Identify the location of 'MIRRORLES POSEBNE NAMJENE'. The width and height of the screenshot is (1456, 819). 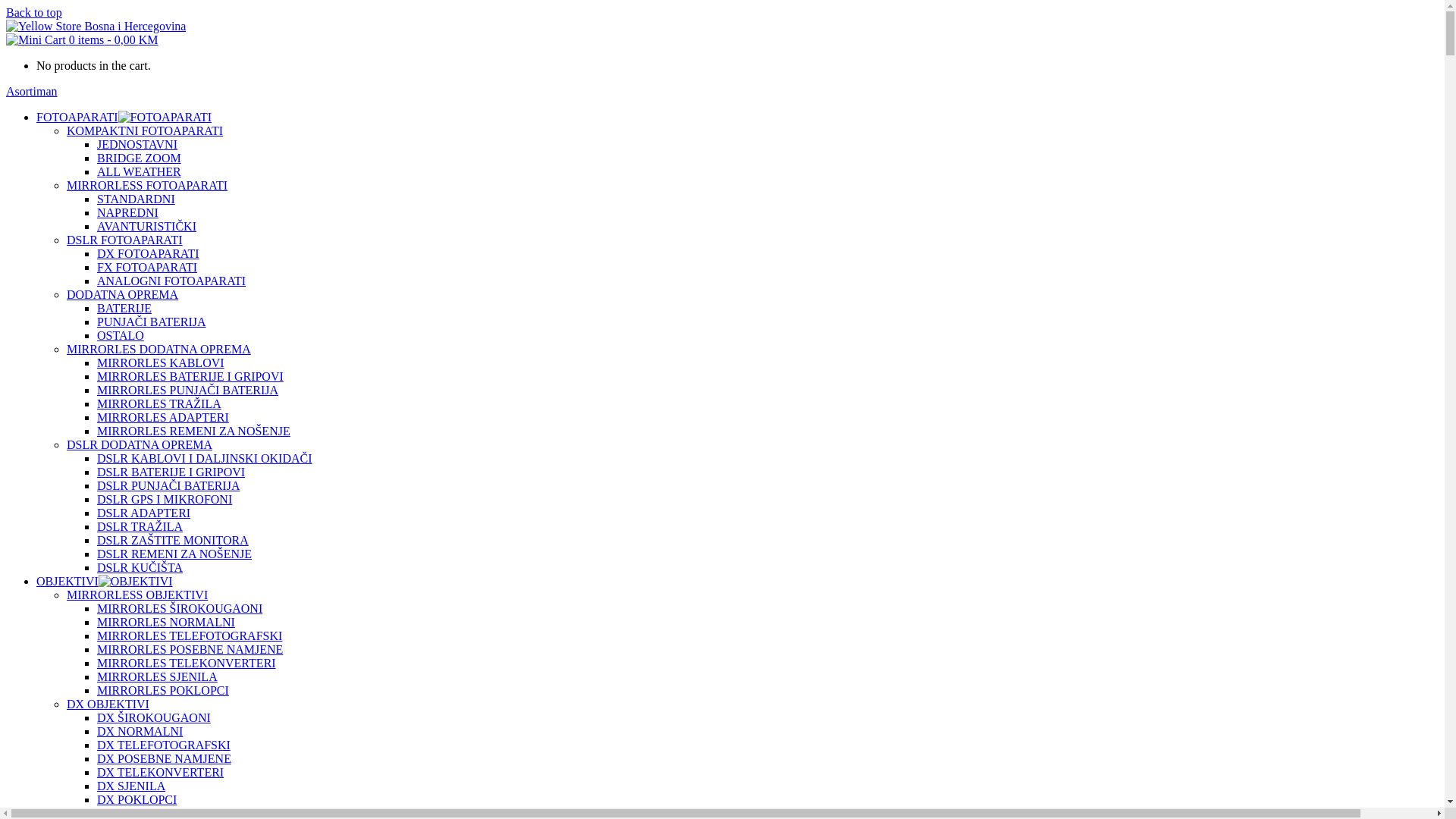
(189, 648).